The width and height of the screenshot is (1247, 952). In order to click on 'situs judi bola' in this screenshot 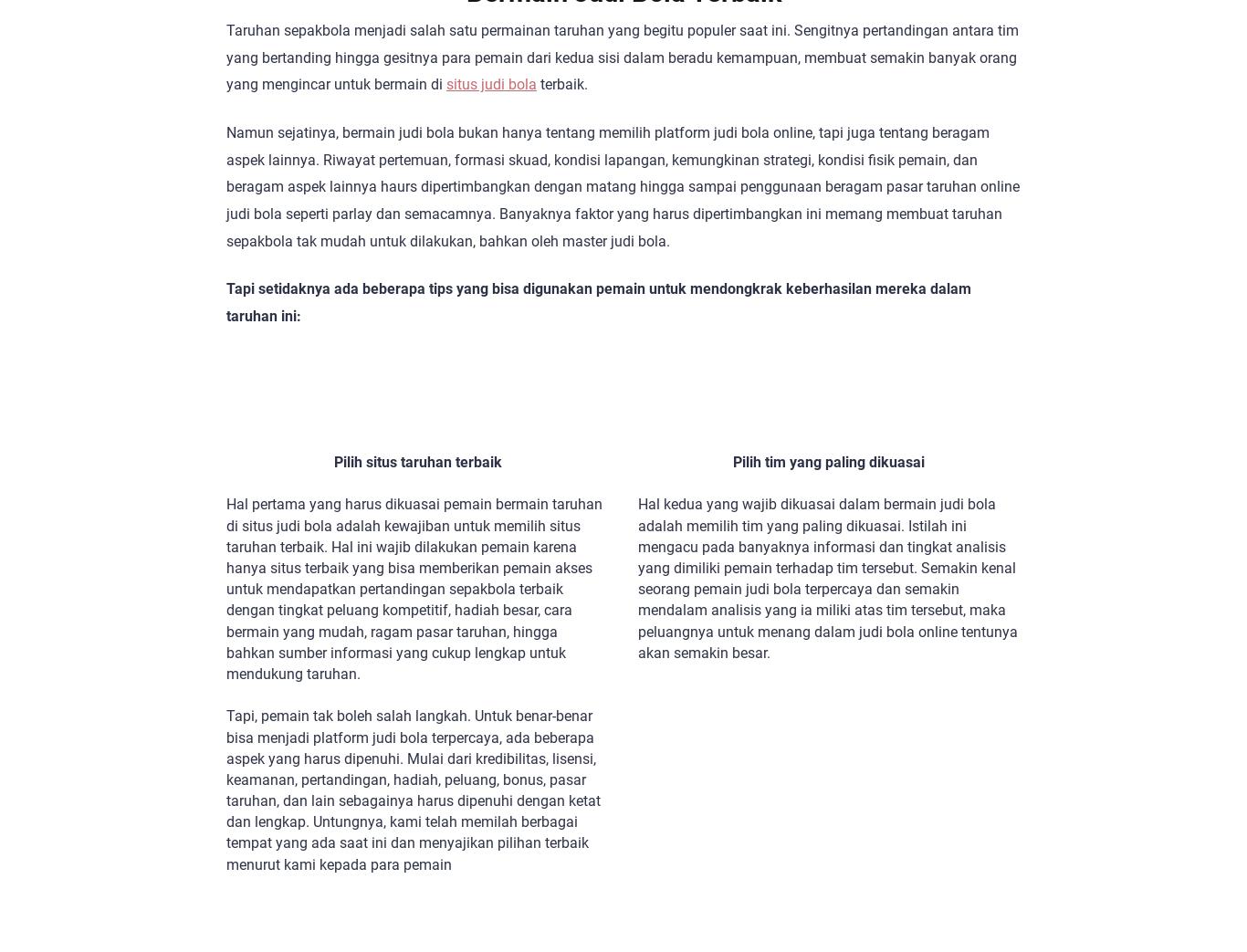, I will do `click(446, 84)`.